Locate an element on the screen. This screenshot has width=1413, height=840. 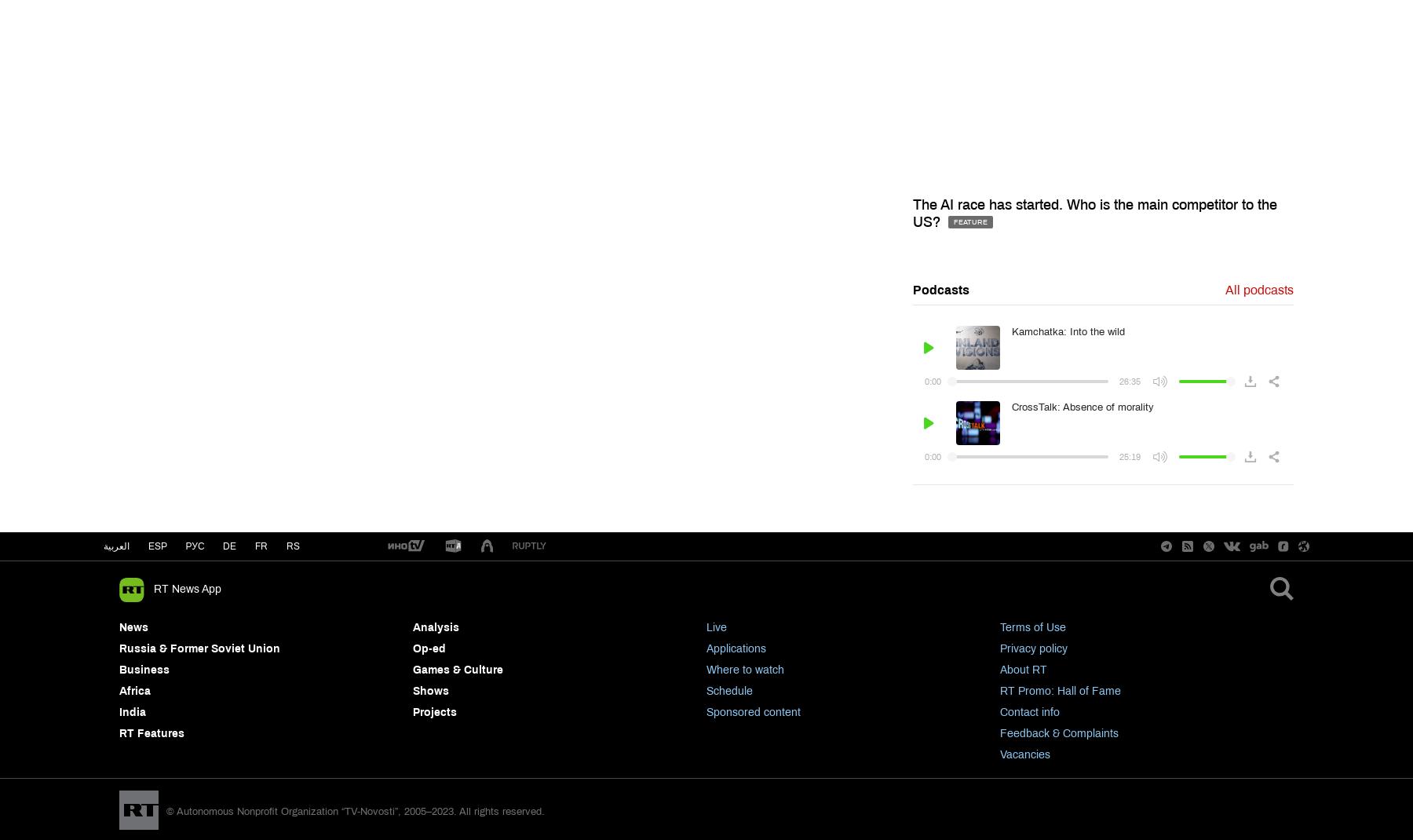
'Terms of Use' is located at coordinates (1032, 626).